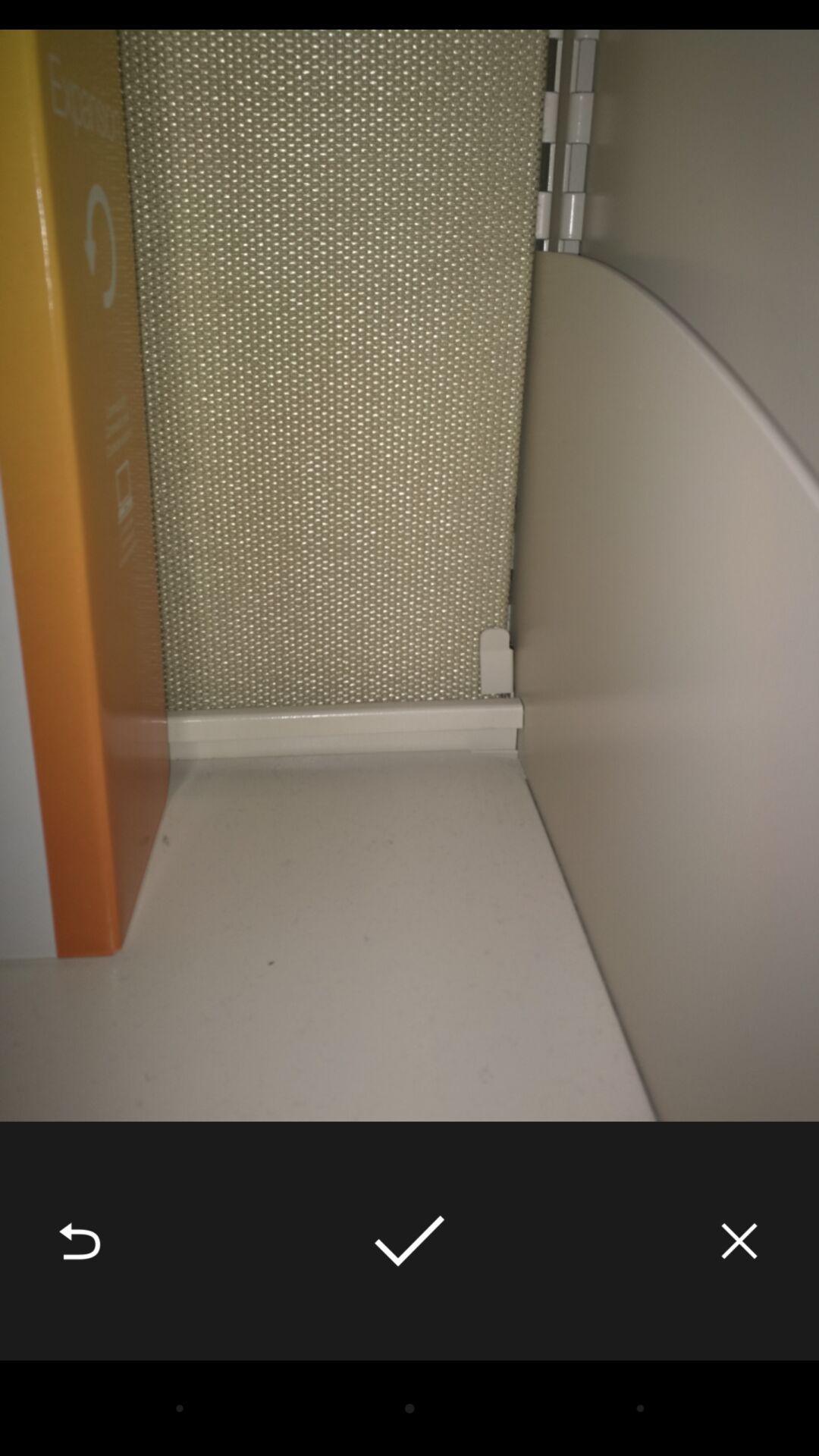 The width and height of the screenshot is (819, 1456). I want to click on icon at the bottom left corner, so click(79, 1241).